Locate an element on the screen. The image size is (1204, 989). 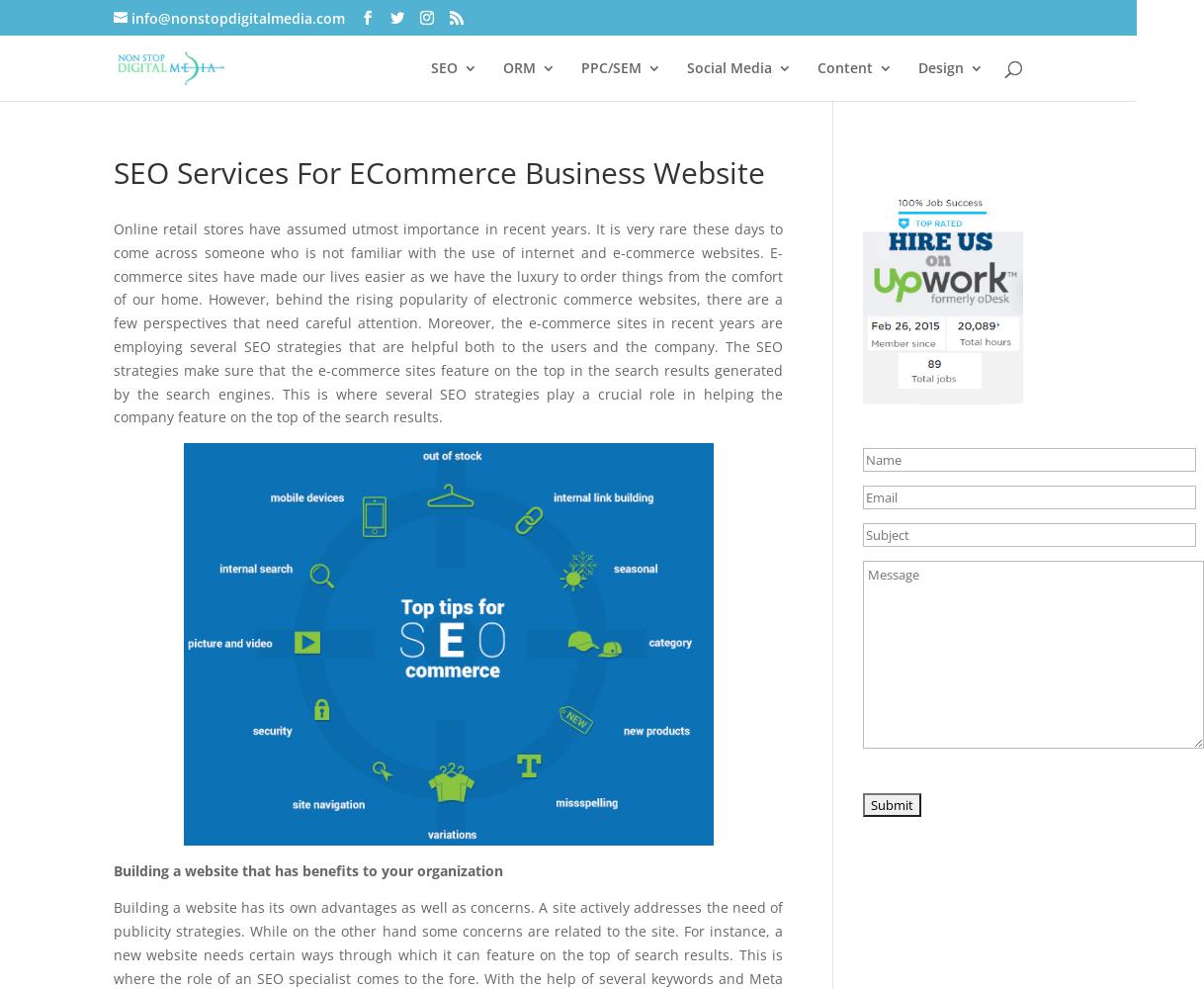
'AdWords PPC Management' is located at coordinates (621, 156).